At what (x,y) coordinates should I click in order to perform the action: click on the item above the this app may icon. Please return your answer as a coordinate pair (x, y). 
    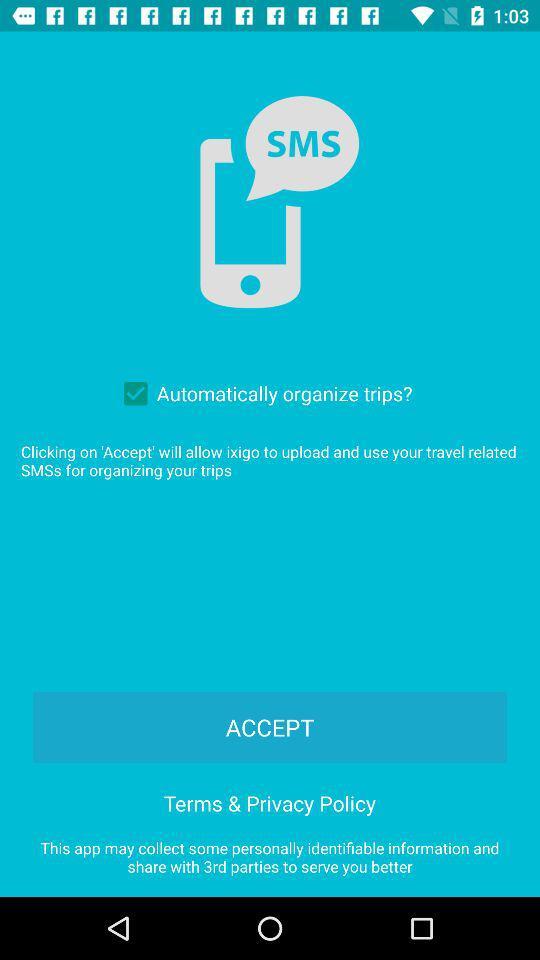
    Looking at the image, I should click on (270, 800).